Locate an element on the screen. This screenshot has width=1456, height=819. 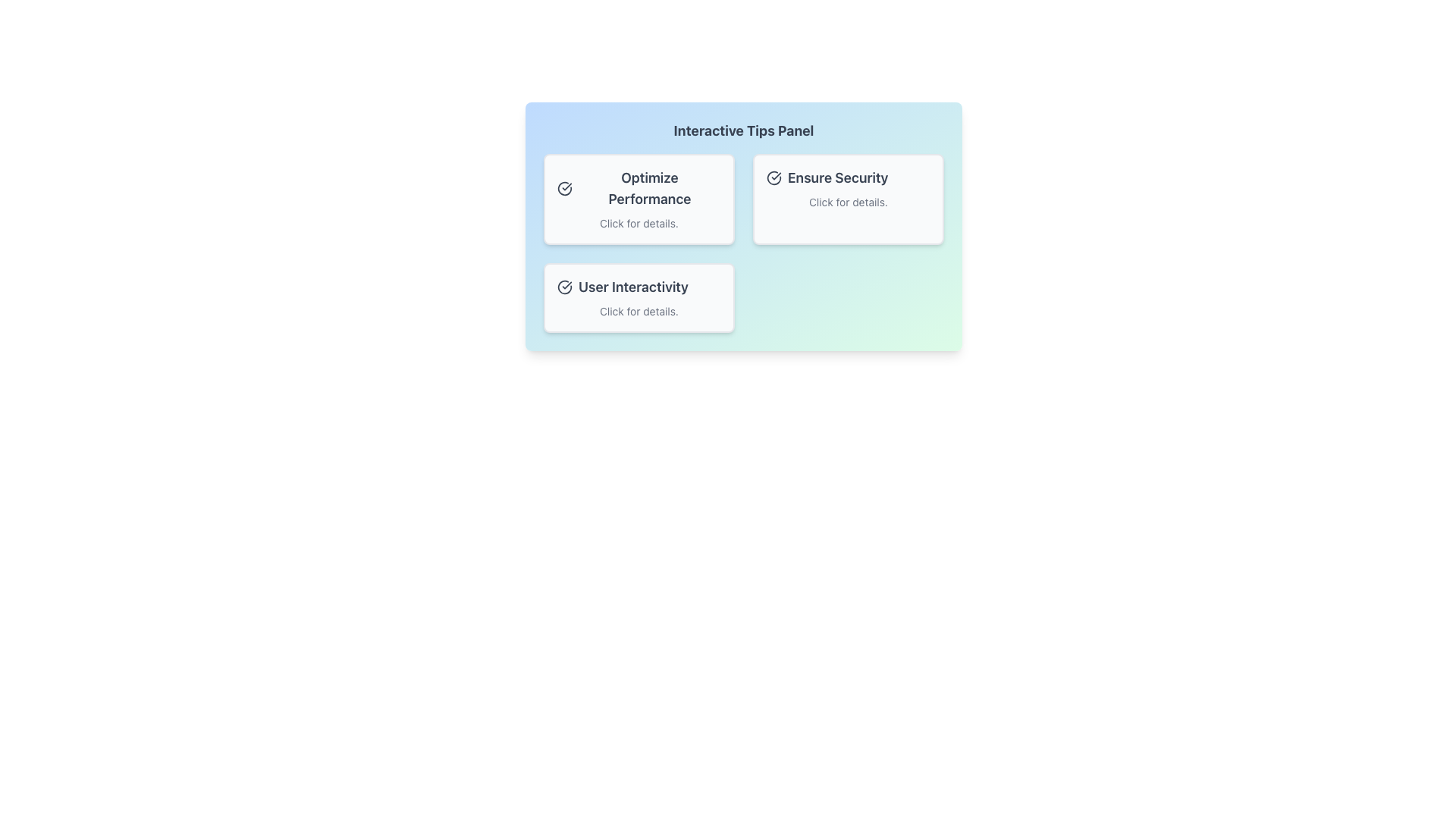
the heading text element at the top of the card component, which is centrally aligned and serves as the title for the card is located at coordinates (743, 130).